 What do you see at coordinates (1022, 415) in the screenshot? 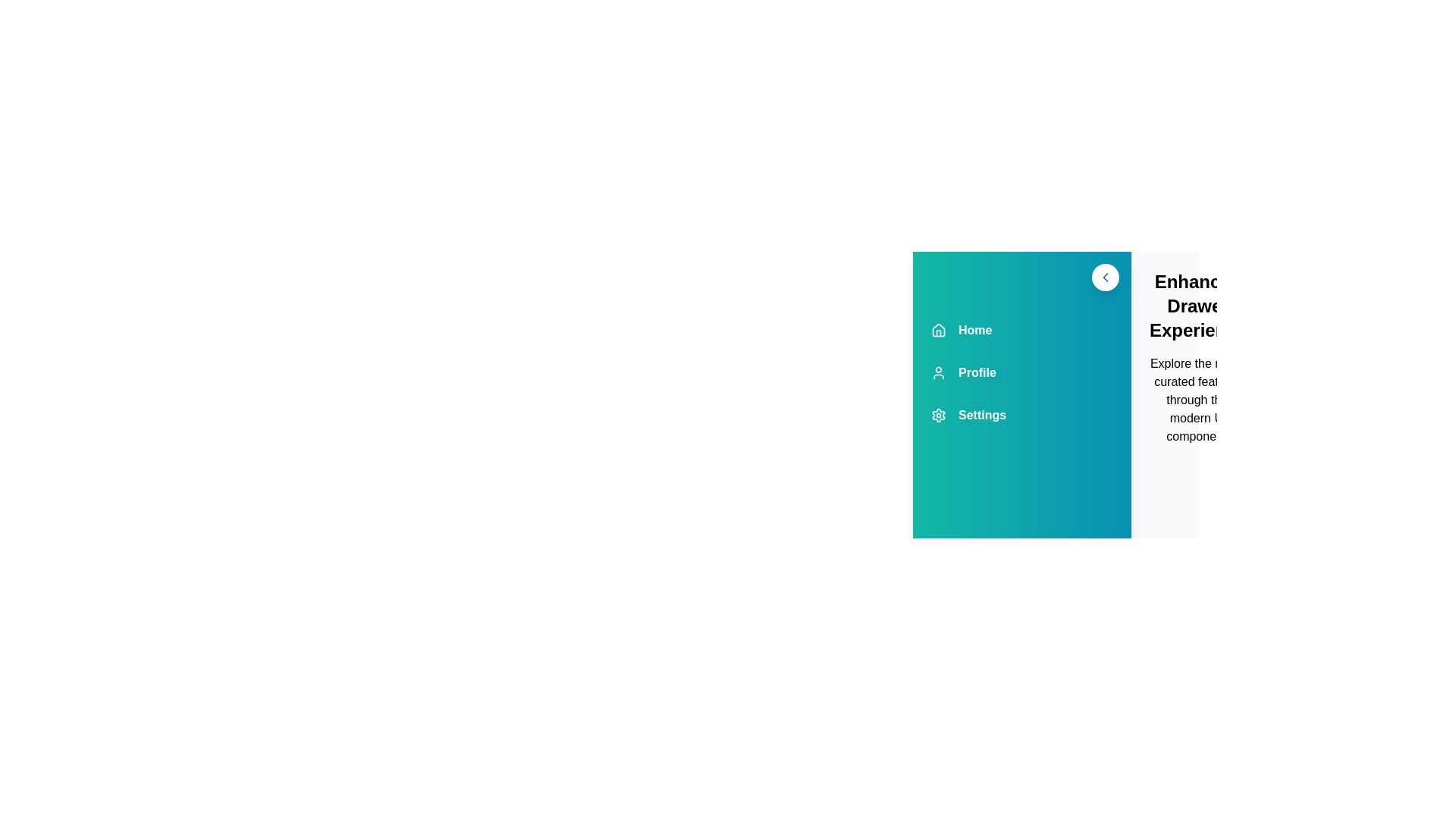
I see `the Settings navigation item in the drawer` at bounding box center [1022, 415].